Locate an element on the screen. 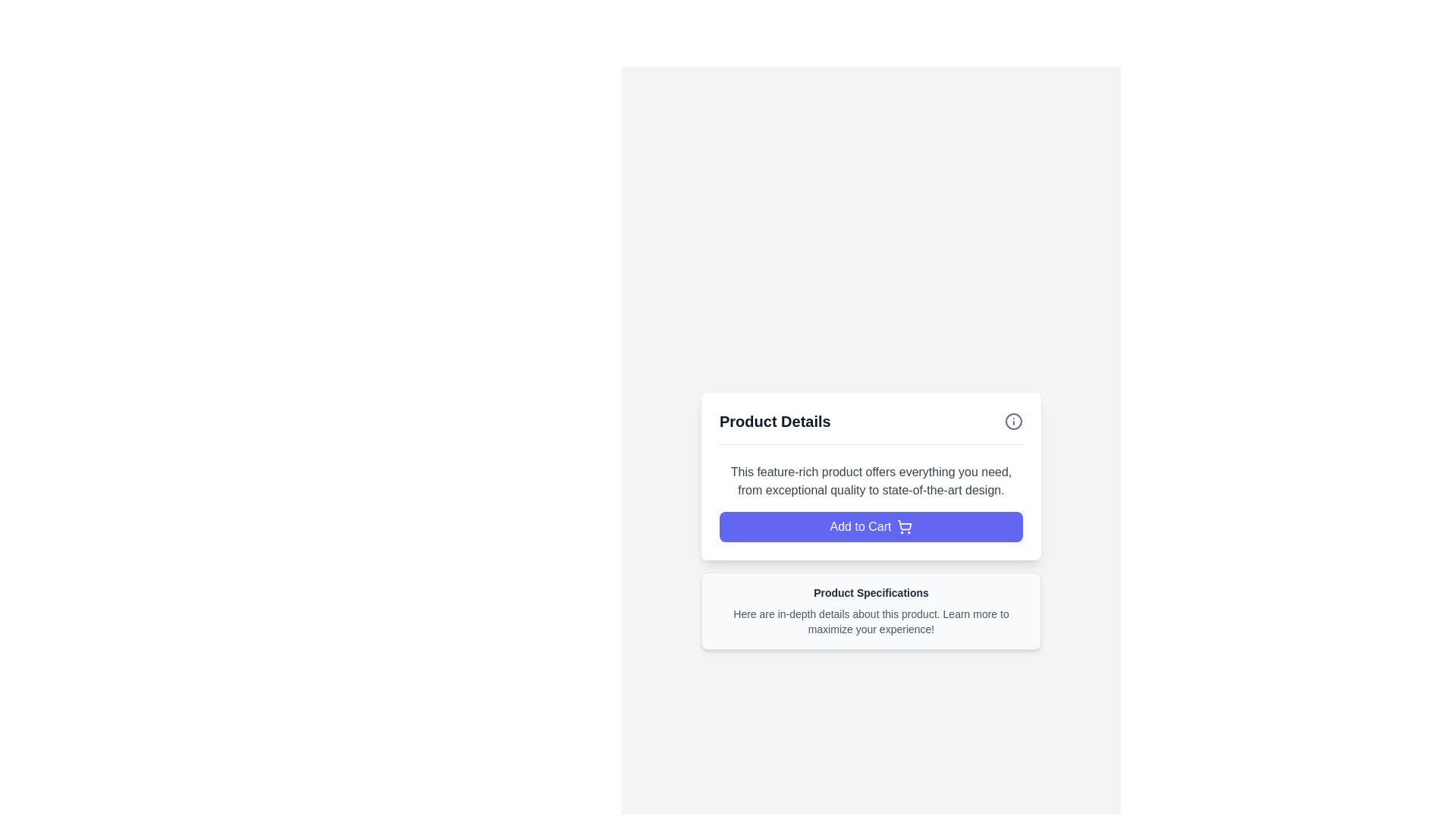  the information icon located to the far right of the 'Product Details' heading is located at coordinates (1014, 421).